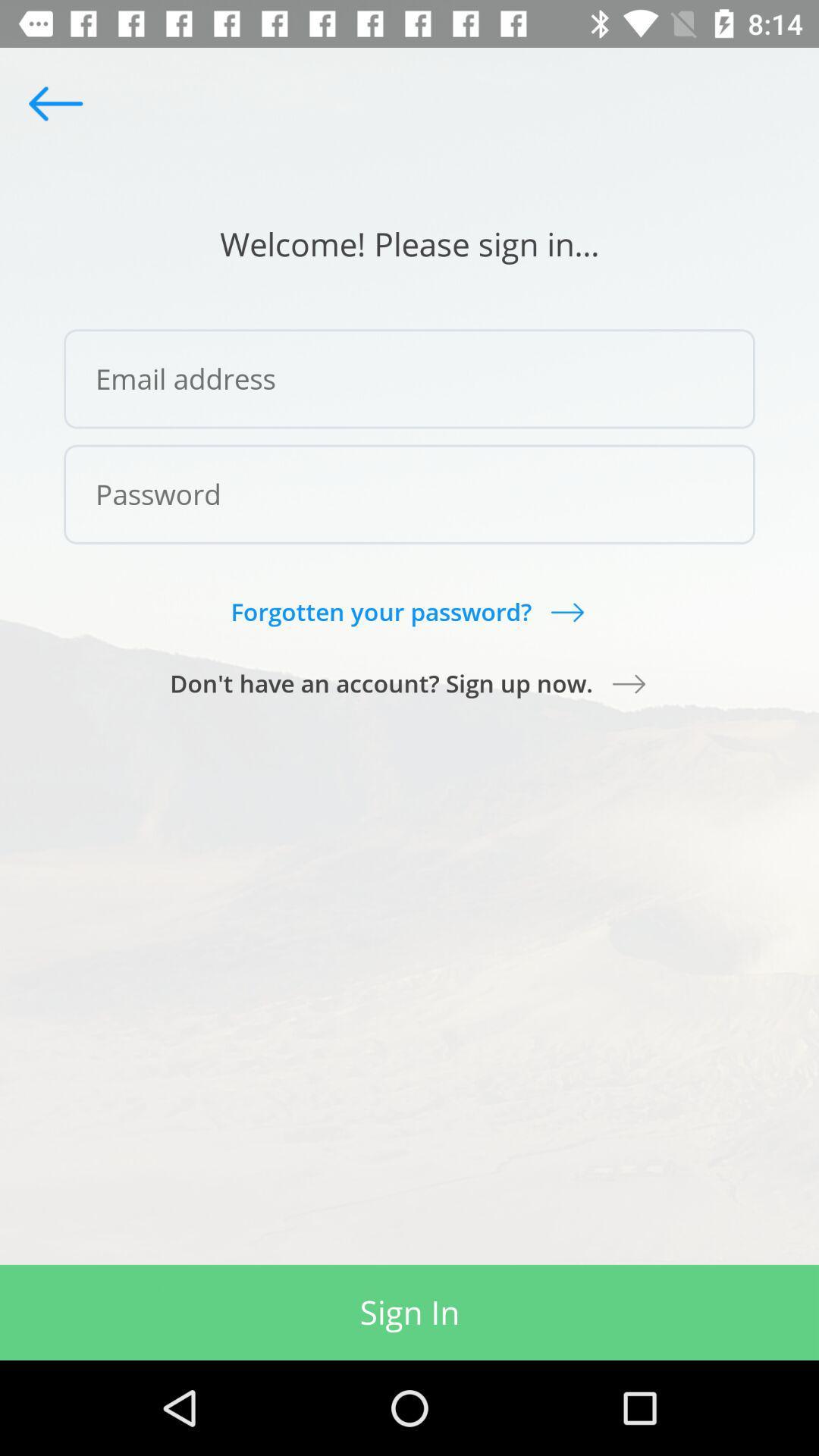 This screenshot has height=1456, width=819. Describe the element at coordinates (409, 378) in the screenshot. I see `the item below the welcome please sign icon` at that location.